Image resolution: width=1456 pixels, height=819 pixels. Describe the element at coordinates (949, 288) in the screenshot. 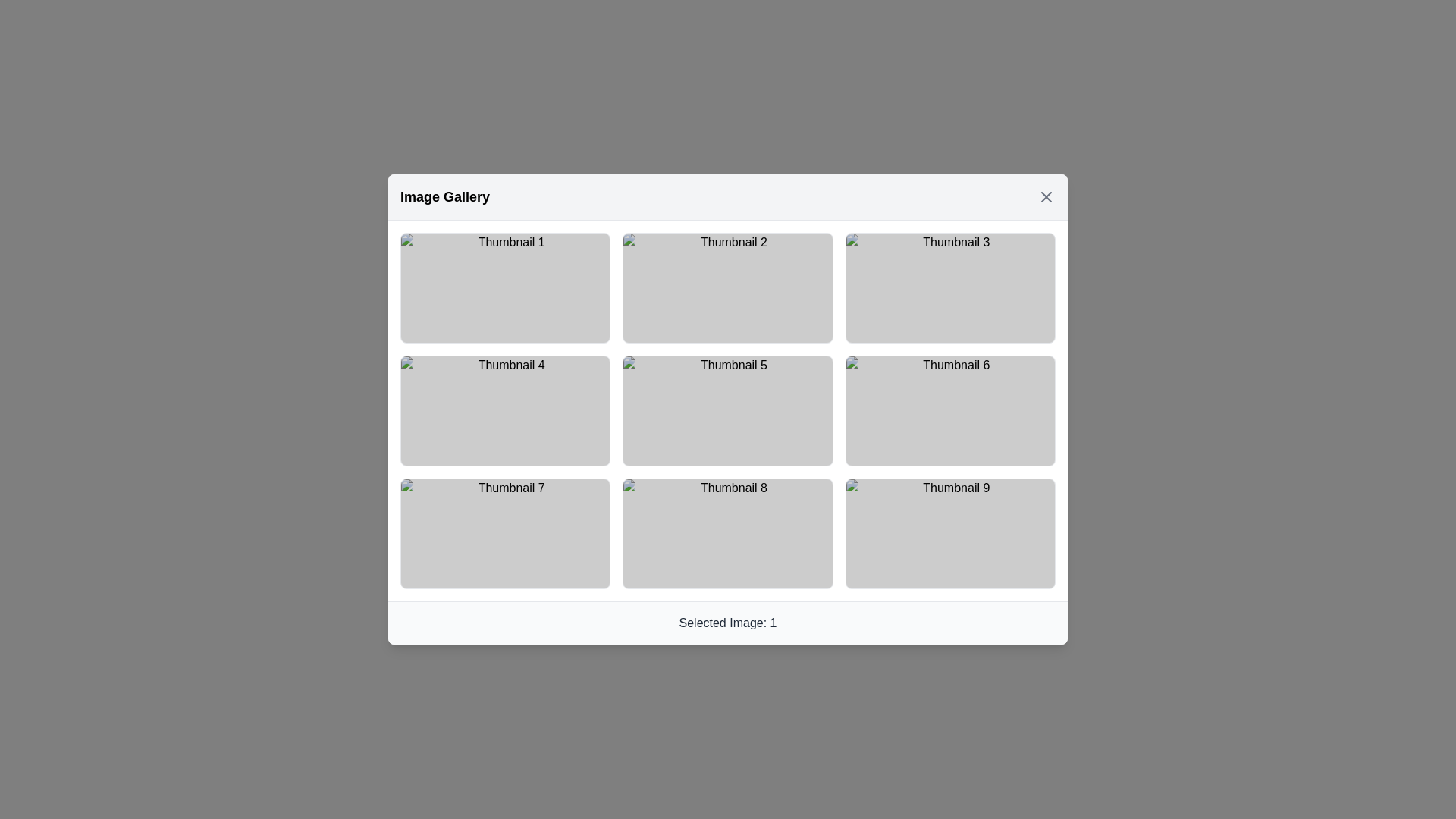

I see `the rectangular thumbnail with a light gray background located in the first row, third column of the 3x3 grid layout` at that location.